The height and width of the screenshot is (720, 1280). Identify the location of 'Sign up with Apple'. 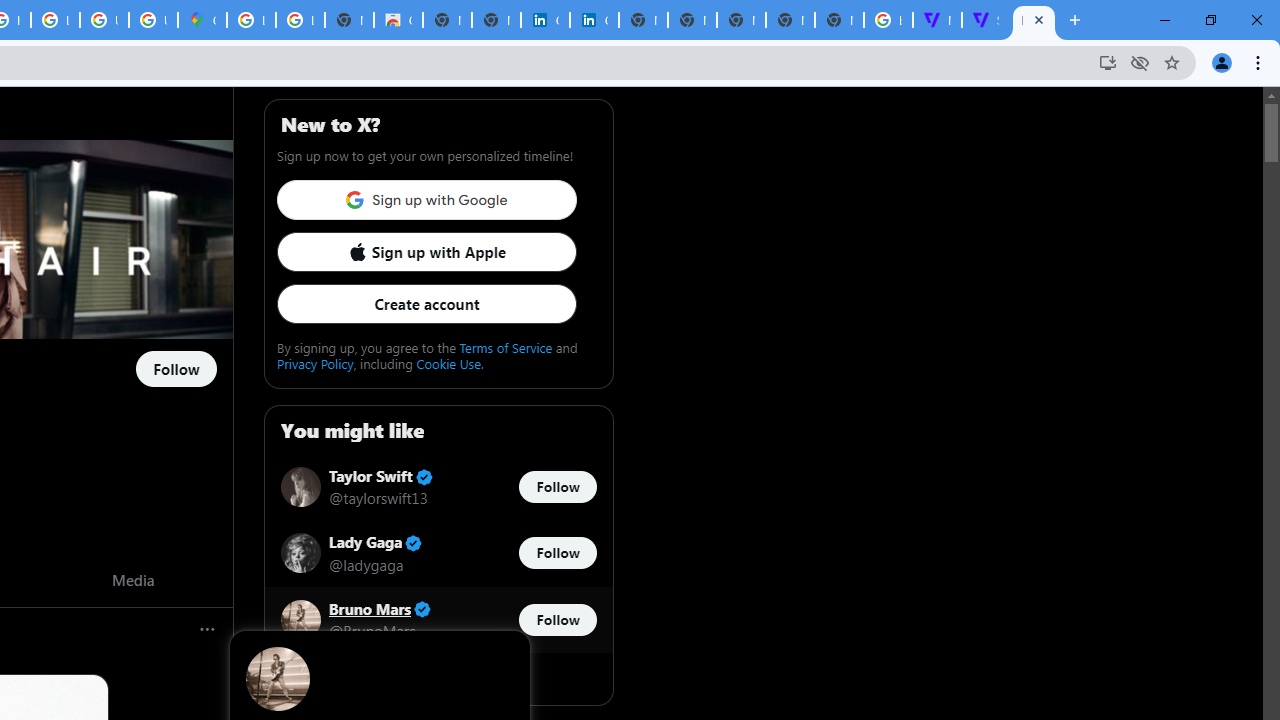
(425, 250).